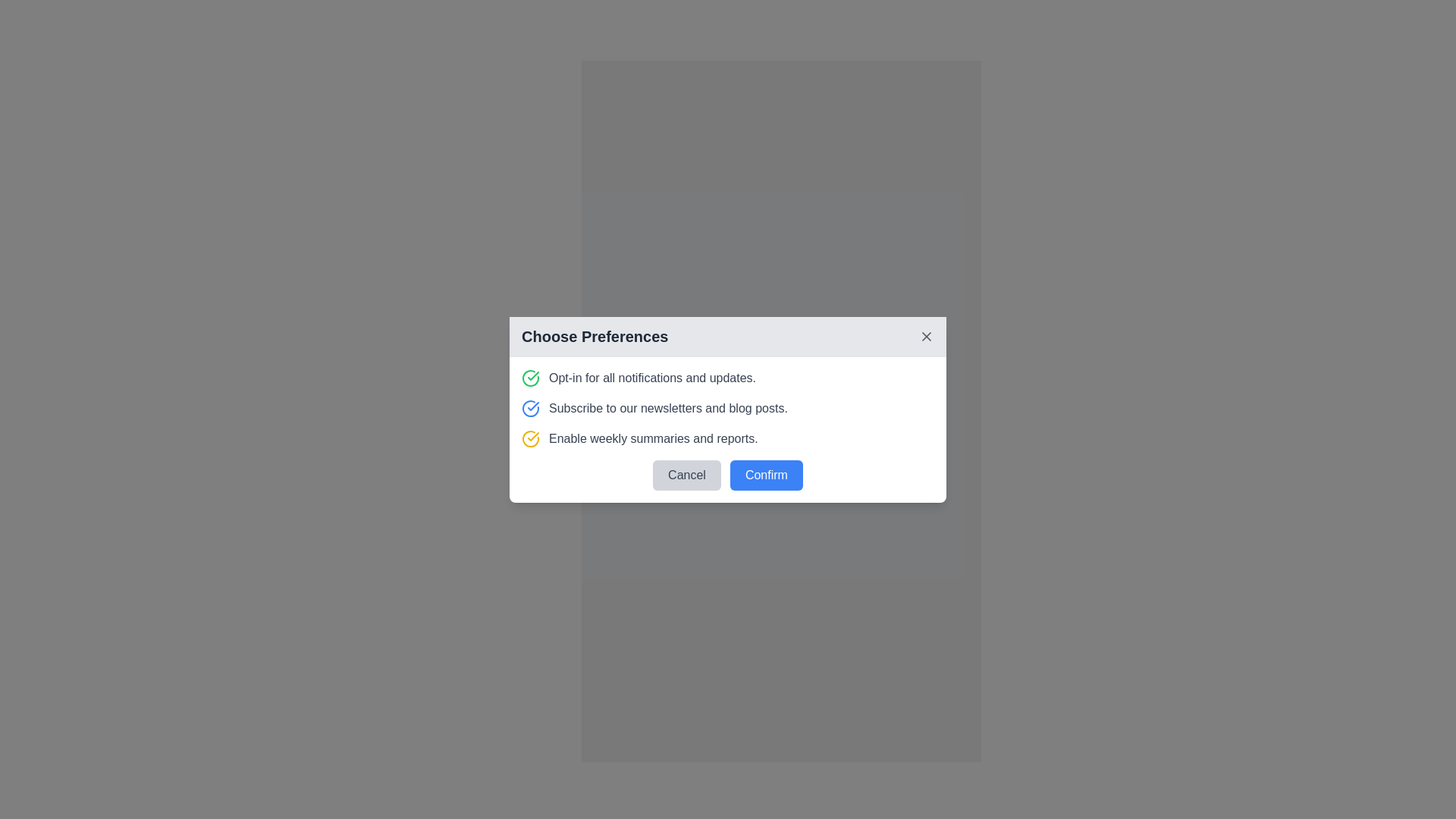 Image resolution: width=1456 pixels, height=819 pixels. What do you see at coordinates (728, 376) in the screenshot?
I see `the first option in the list of preferences for notifications and updates in the modal dialog` at bounding box center [728, 376].